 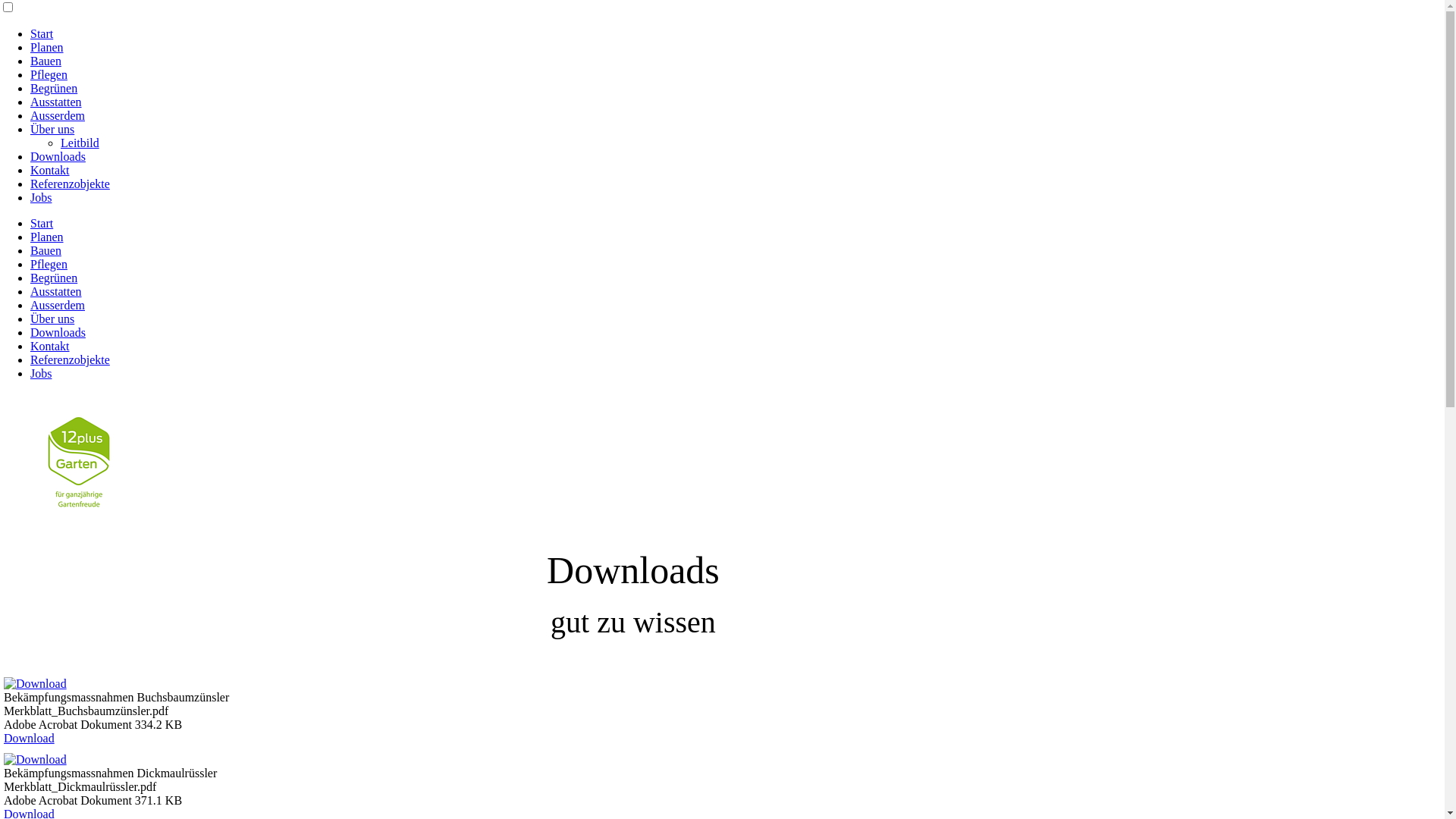 What do you see at coordinates (30, 249) in the screenshot?
I see `'Bauen'` at bounding box center [30, 249].